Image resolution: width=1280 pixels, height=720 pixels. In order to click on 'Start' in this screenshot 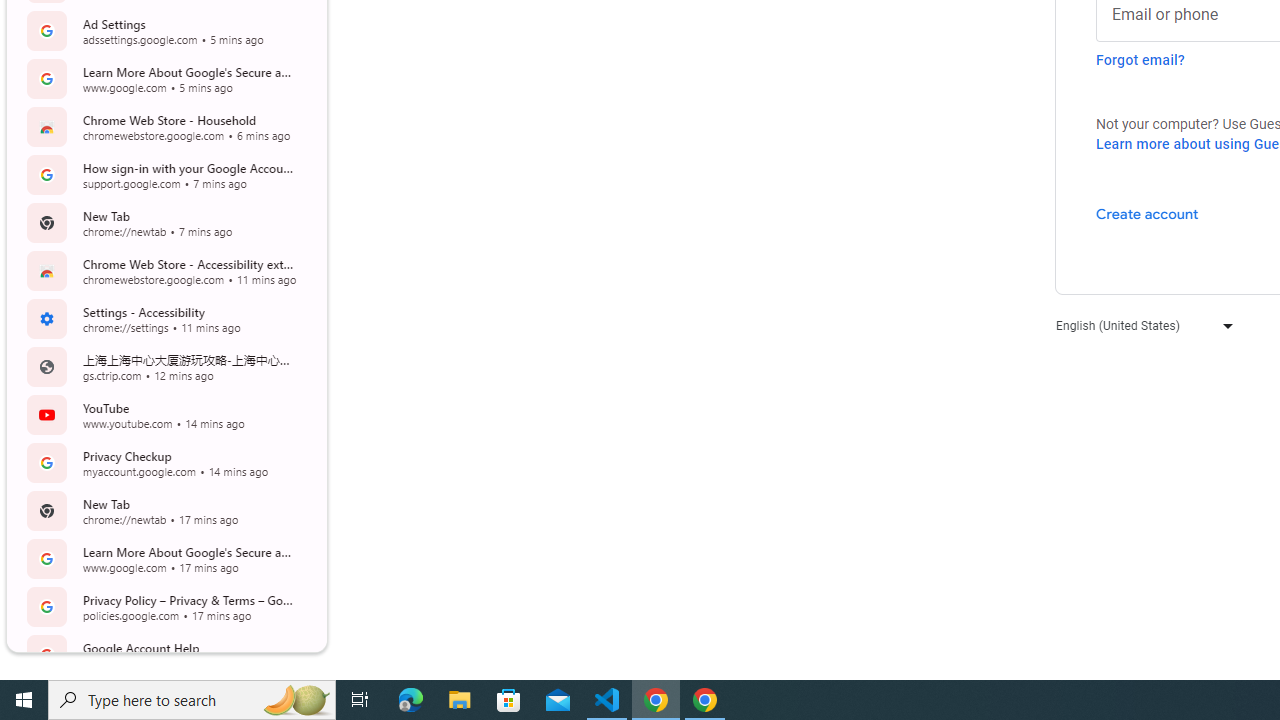, I will do `click(24, 698)`.